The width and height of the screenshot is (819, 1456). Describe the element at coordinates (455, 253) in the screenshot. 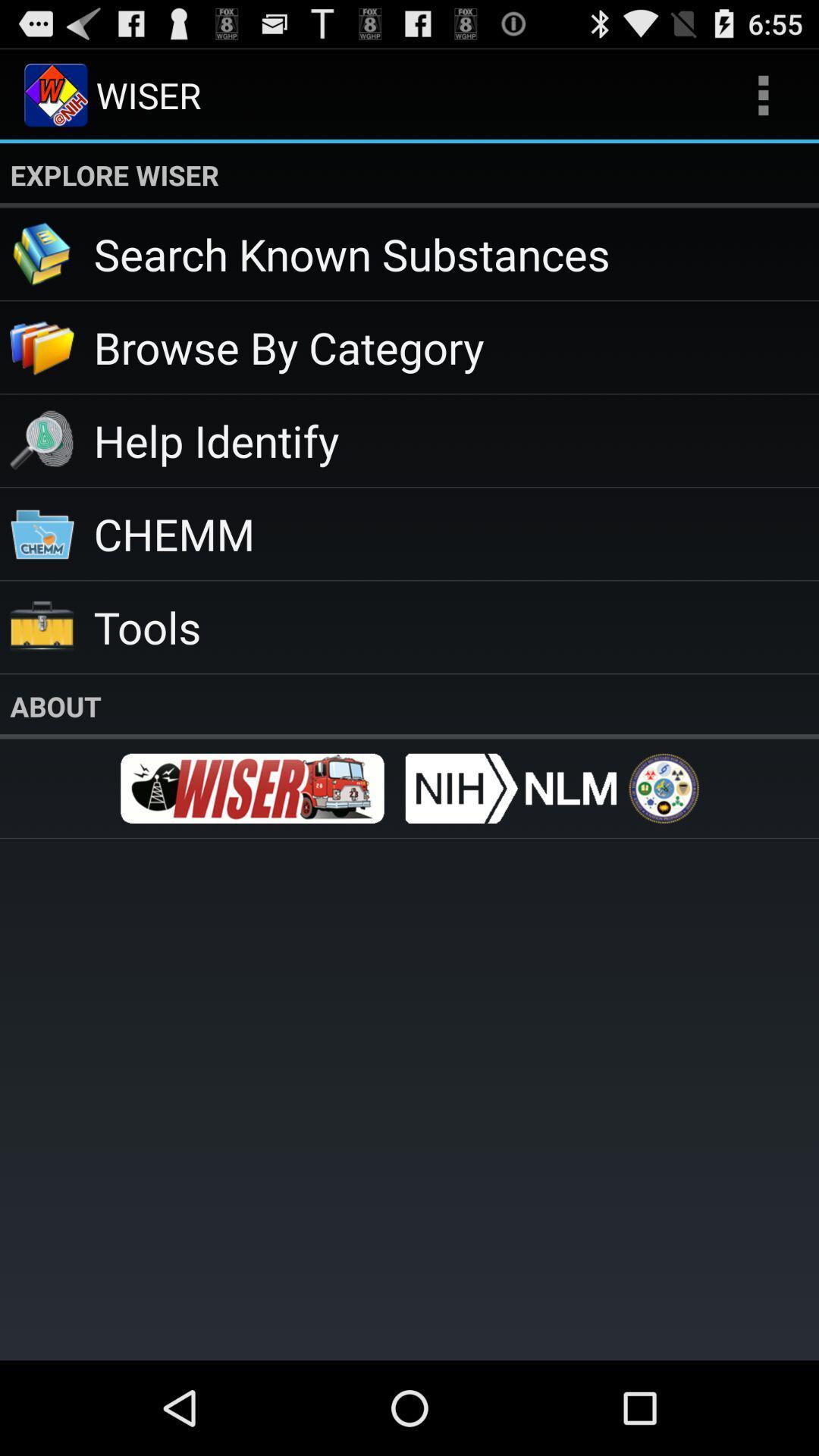

I see `the item below the explore wiser` at that location.